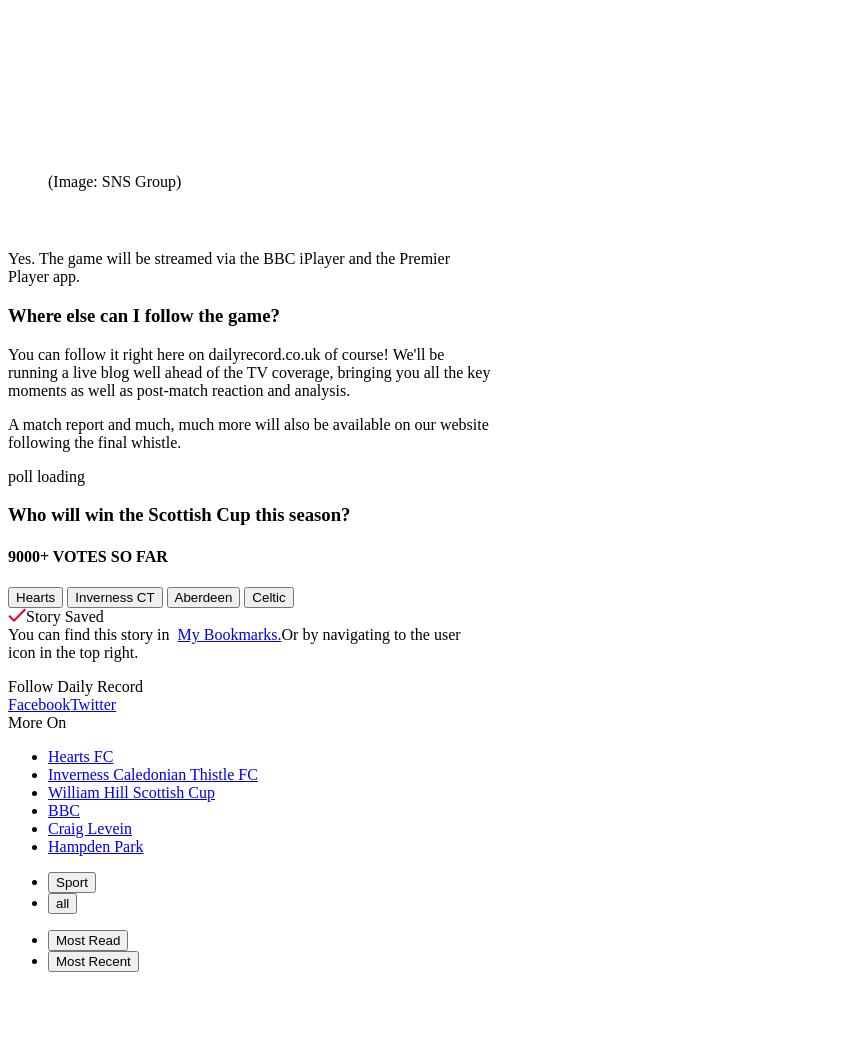 The width and height of the screenshot is (858, 1046). What do you see at coordinates (247, 371) in the screenshot?
I see `'You can follow it right here on dailyrecord.co.uk of course! We'll be running a live blog well ahead of the TV coverage, bringing you all the key moments as well as post-match reaction and analysis.'` at bounding box center [247, 371].